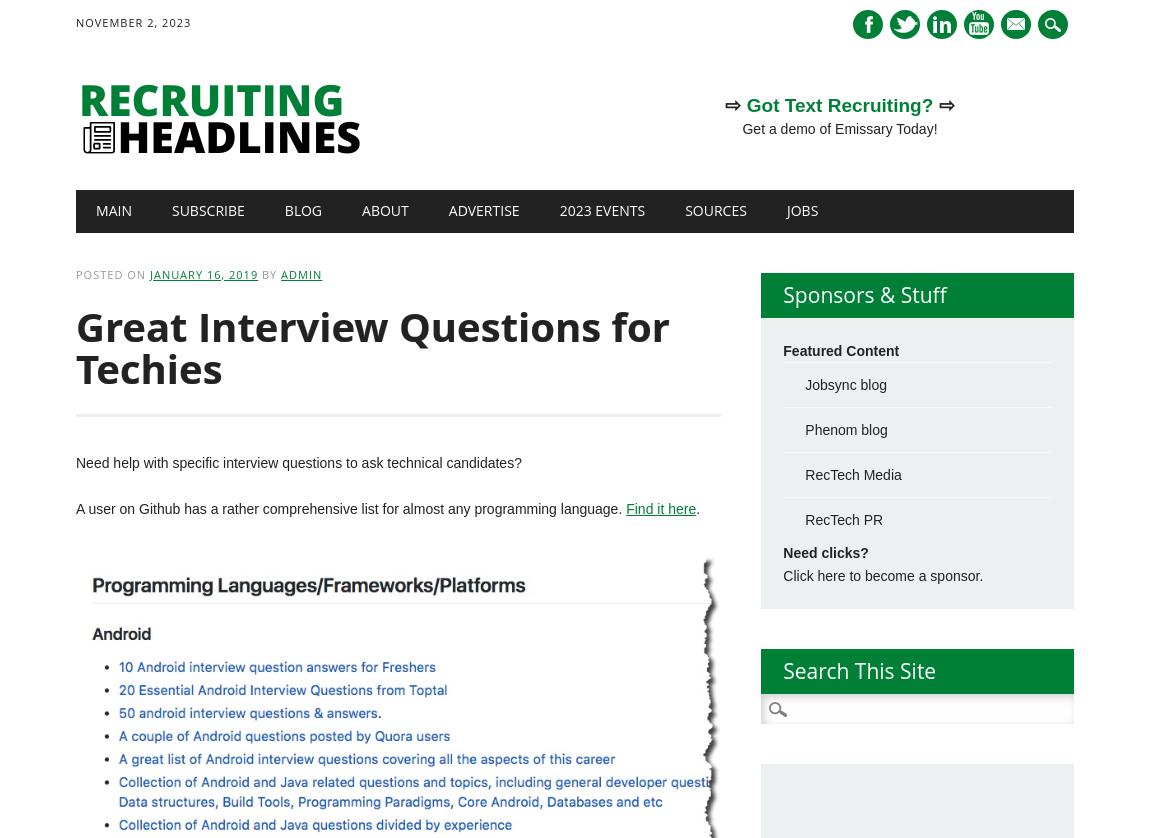 The width and height of the screenshot is (1150, 838). Describe the element at coordinates (782, 552) in the screenshot. I see `'Need clicks?'` at that location.